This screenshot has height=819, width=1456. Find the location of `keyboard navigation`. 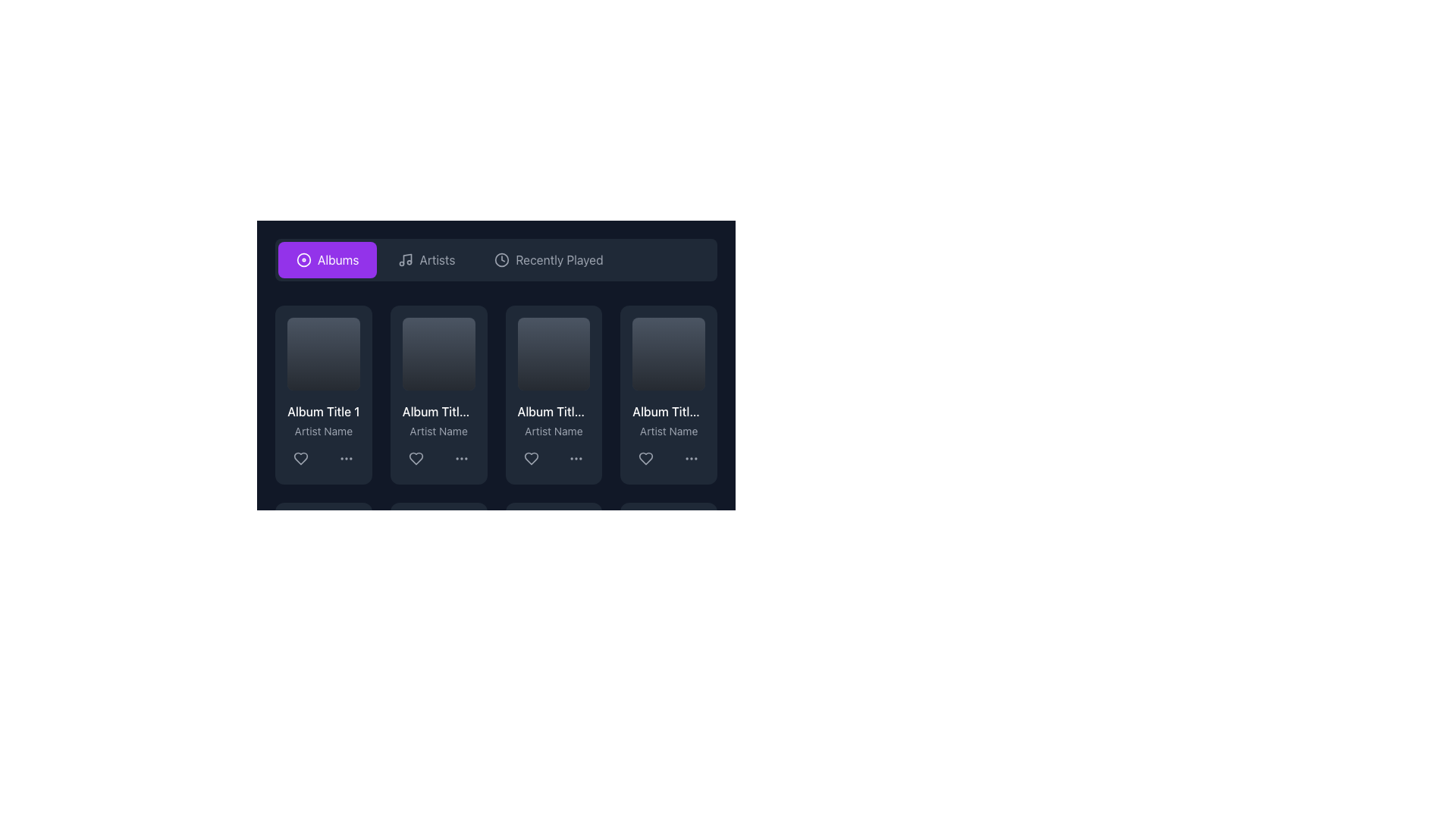

keyboard navigation is located at coordinates (416, 457).